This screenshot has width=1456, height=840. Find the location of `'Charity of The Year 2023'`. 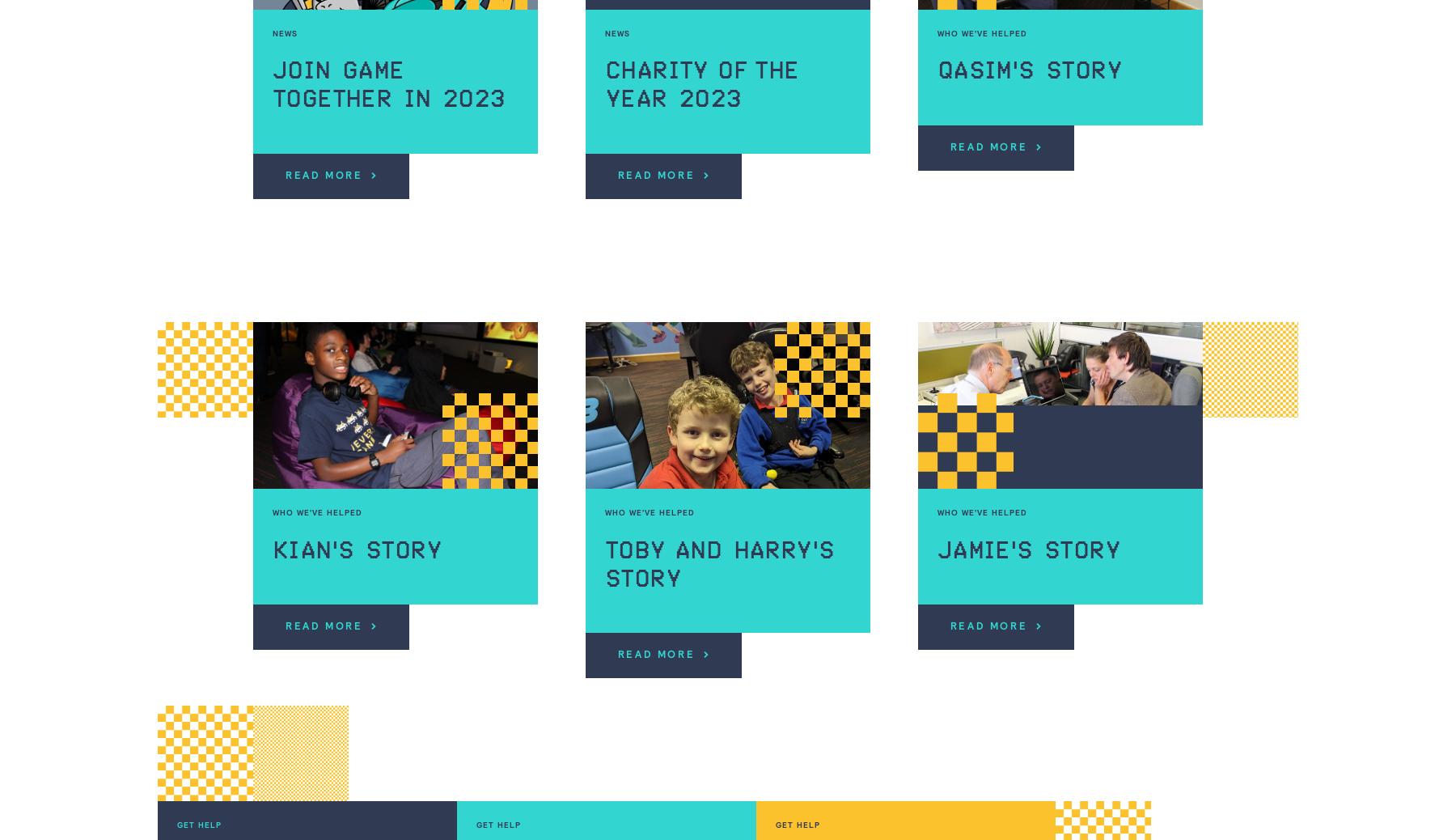

'Charity of The Year 2023' is located at coordinates (701, 84).